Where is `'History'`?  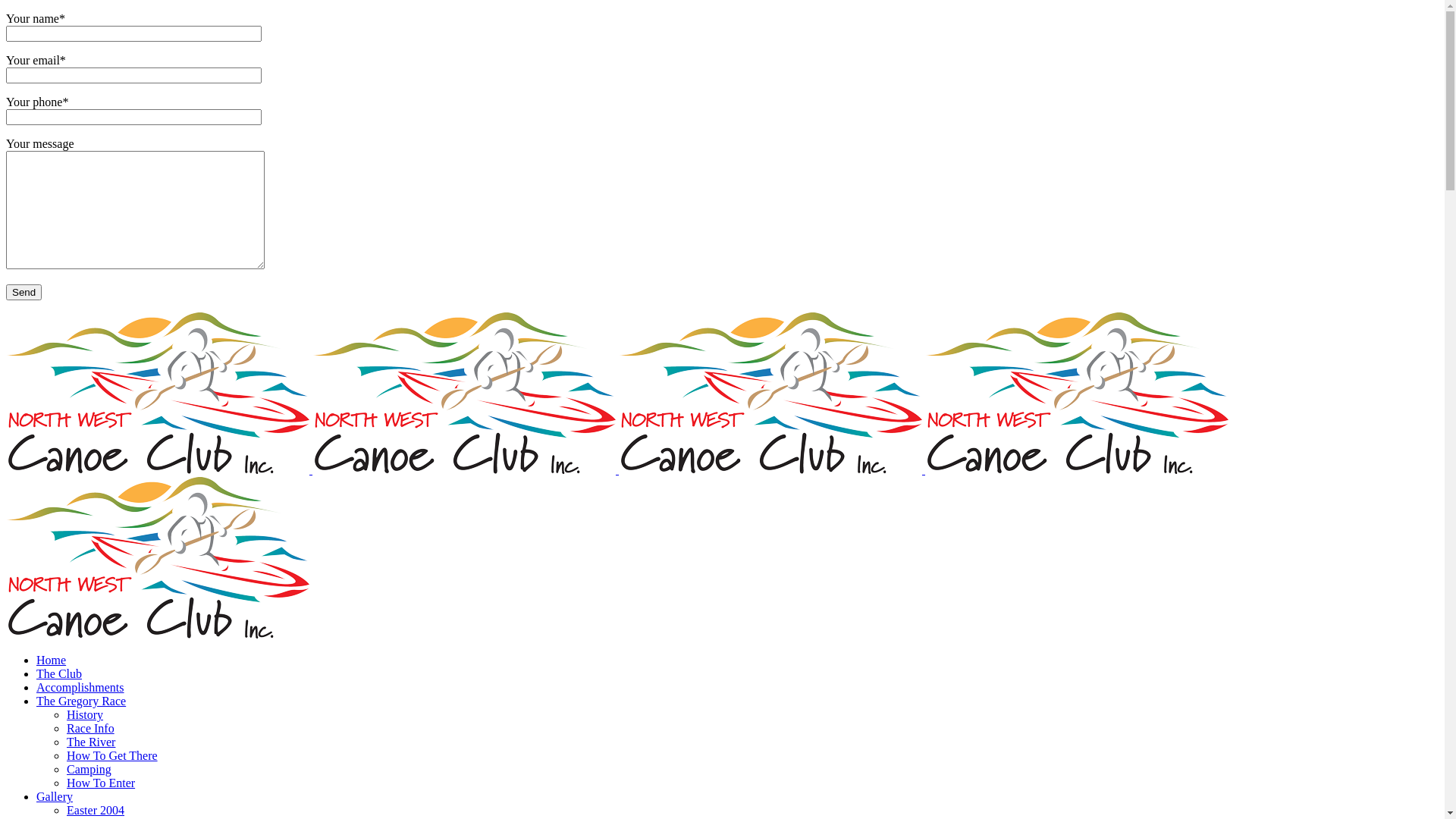 'History' is located at coordinates (83, 714).